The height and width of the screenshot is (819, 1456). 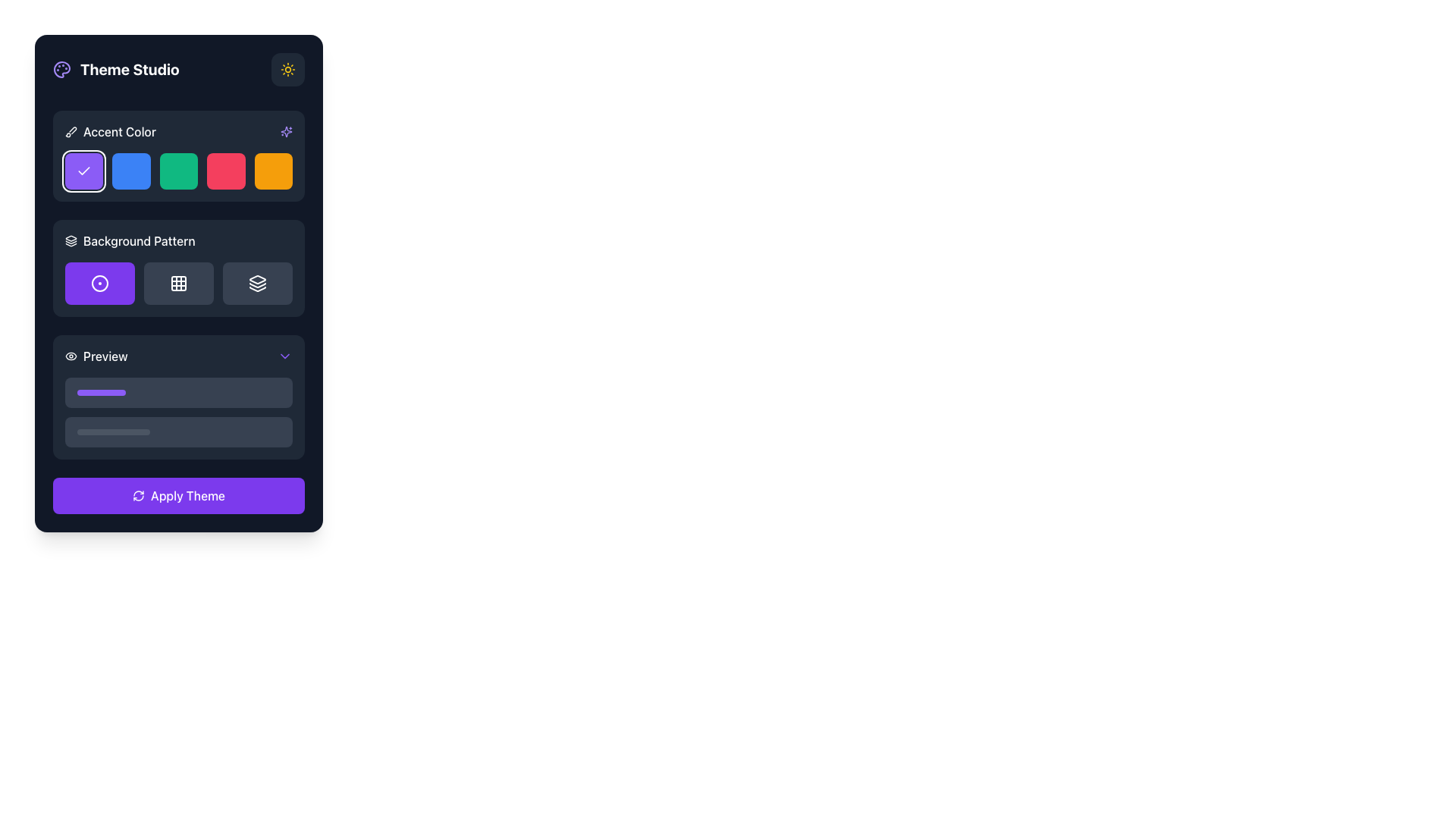 What do you see at coordinates (258, 280) in the screenshot?
I see `the outlined diamond icon in the 'Background Pattern' section` at bounding box center [258, 280].